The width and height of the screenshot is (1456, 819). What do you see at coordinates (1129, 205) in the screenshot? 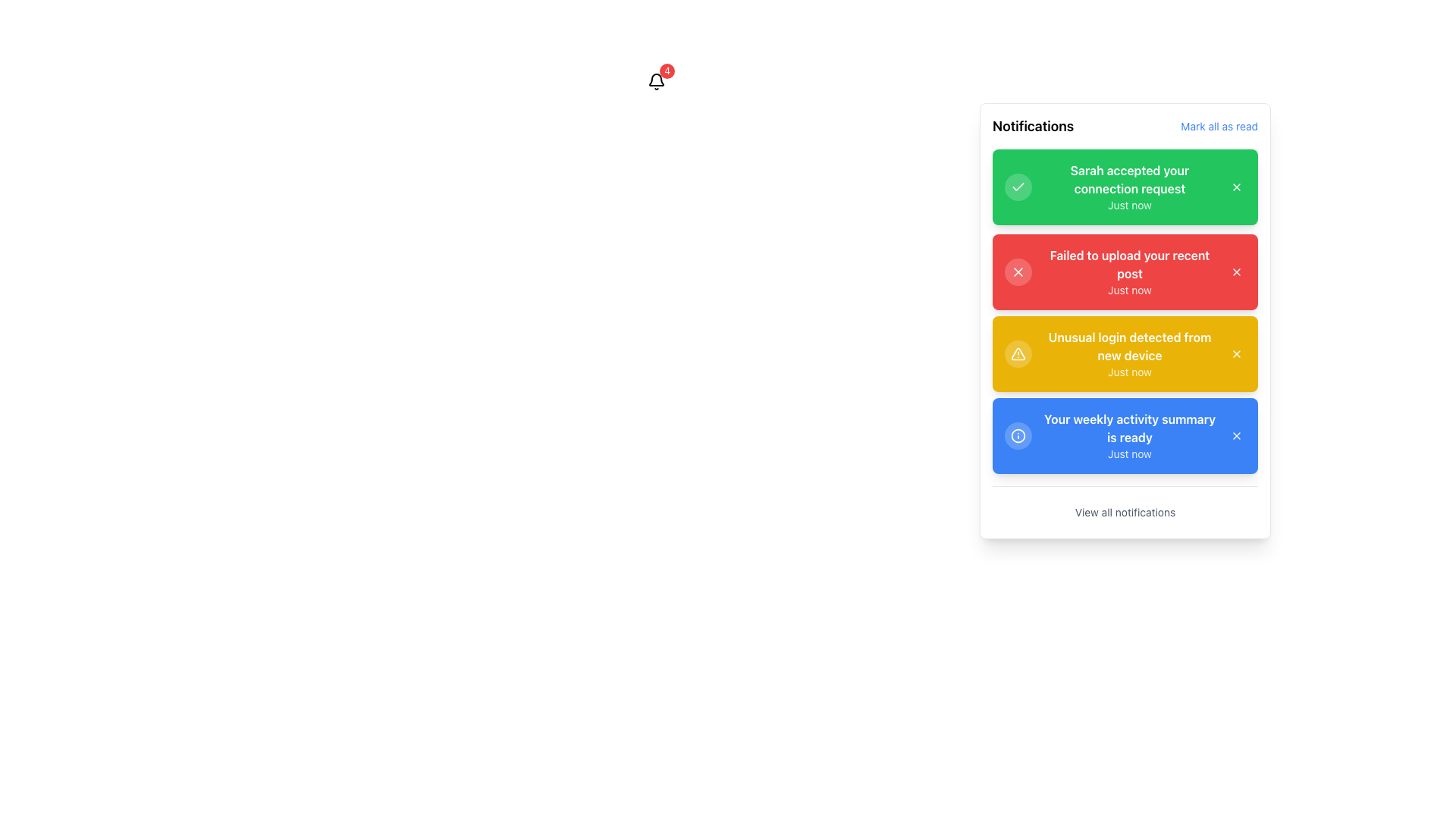
I see `text 'Just now' displayed in a small and semi-transparent font beneath the bold text 'Sarah accepted your connection request' in the green notification card` at bounding box center [1129, 205].